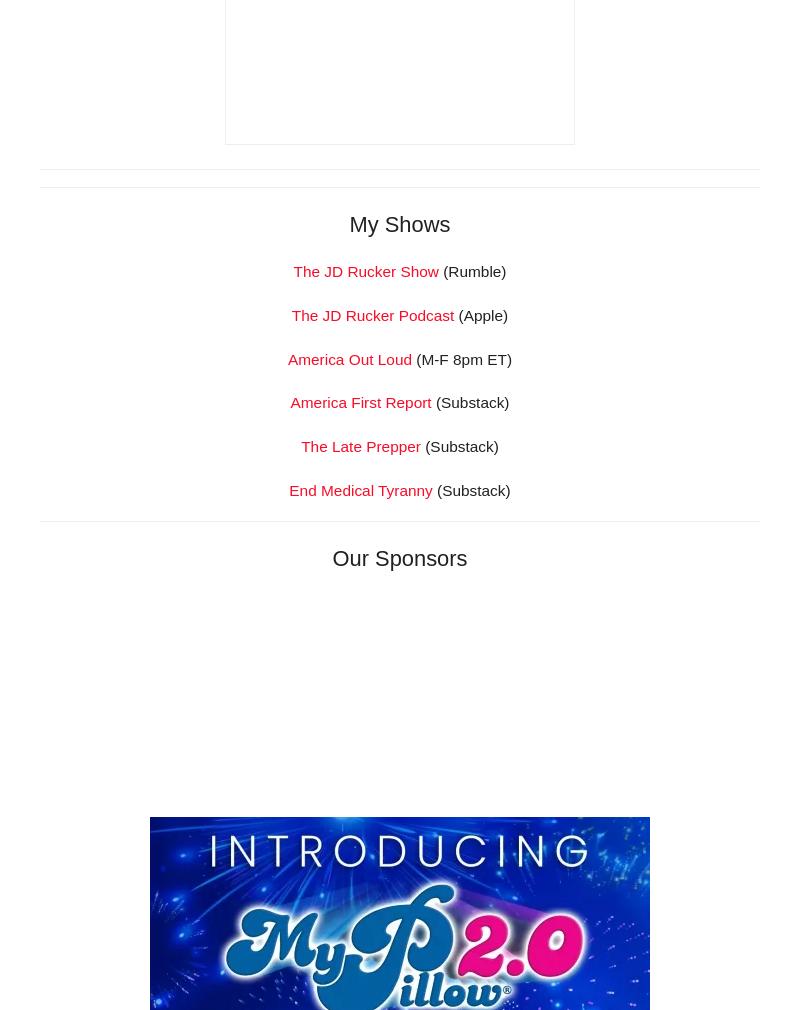 This screenshot has height=1010, width=800. Describe the element at coordinates (289, 770) in the screenshot. I see `'End Medical Tyranny'` at that location.